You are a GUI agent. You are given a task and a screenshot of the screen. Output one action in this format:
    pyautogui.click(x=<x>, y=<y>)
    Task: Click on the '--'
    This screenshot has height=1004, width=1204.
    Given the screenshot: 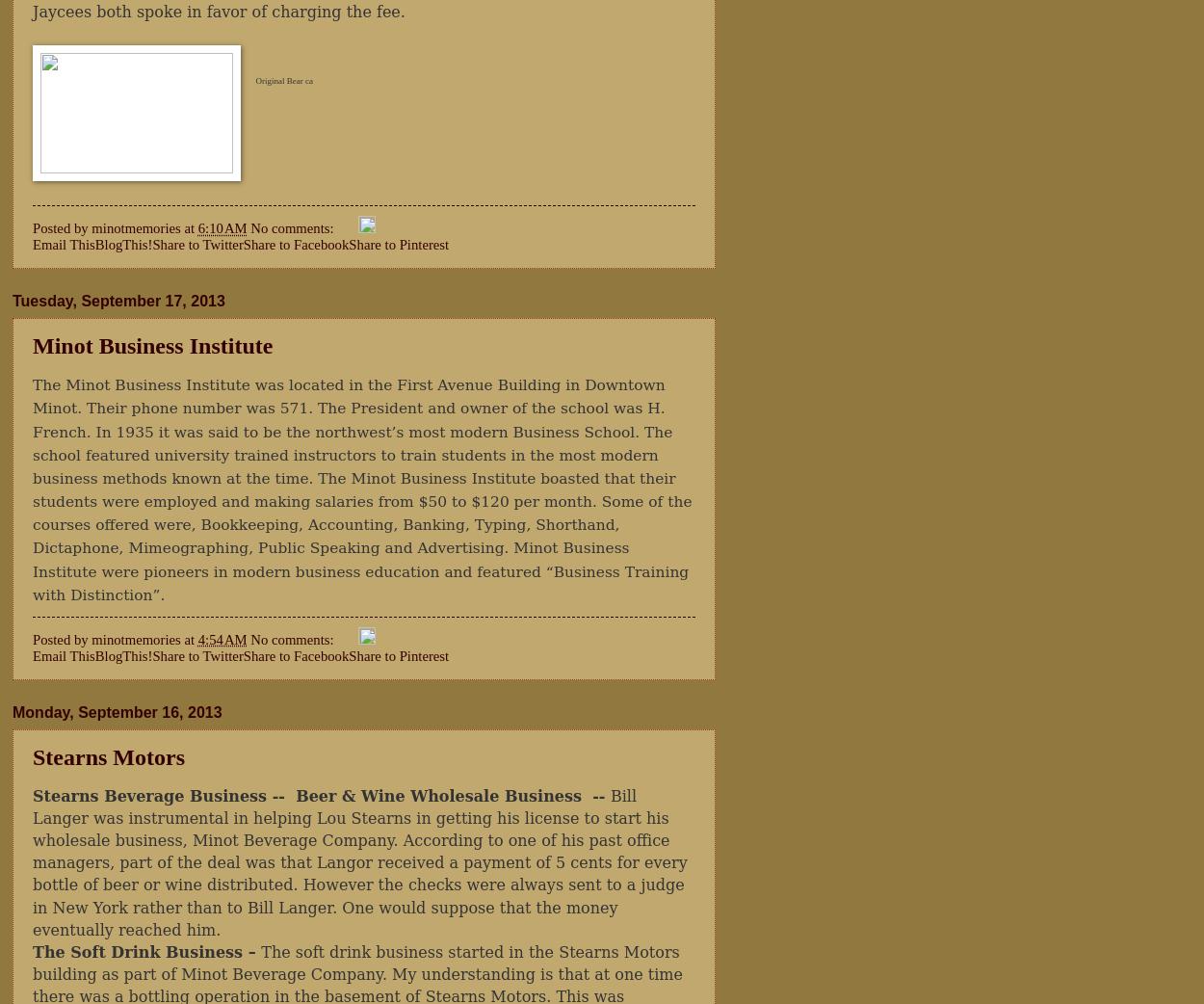 What is the action you would take?
    pyautogui.click(x=600, y=795)
    